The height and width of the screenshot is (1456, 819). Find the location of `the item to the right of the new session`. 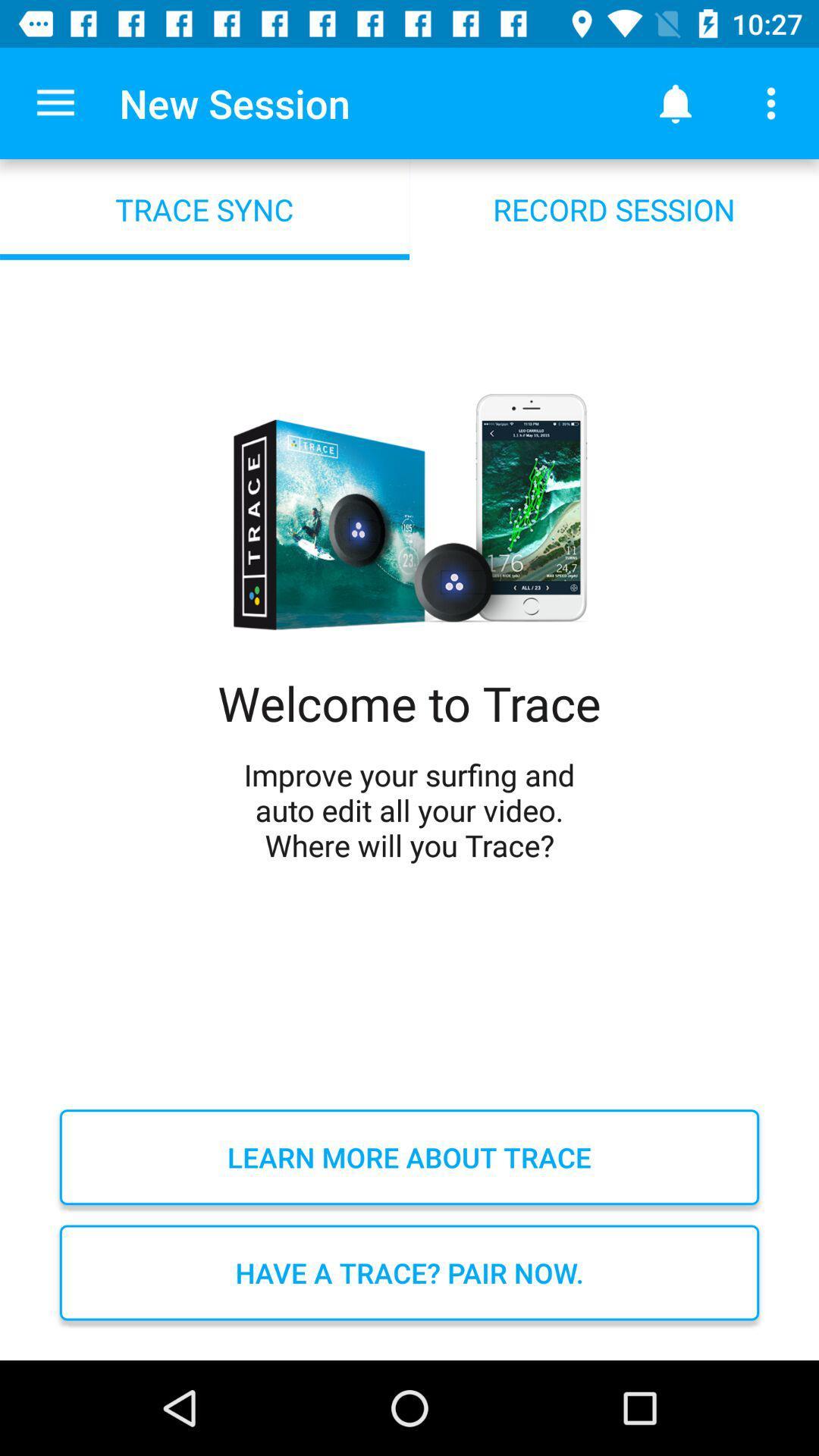

the item to the right of the new session is located at coordinates (675, 102).